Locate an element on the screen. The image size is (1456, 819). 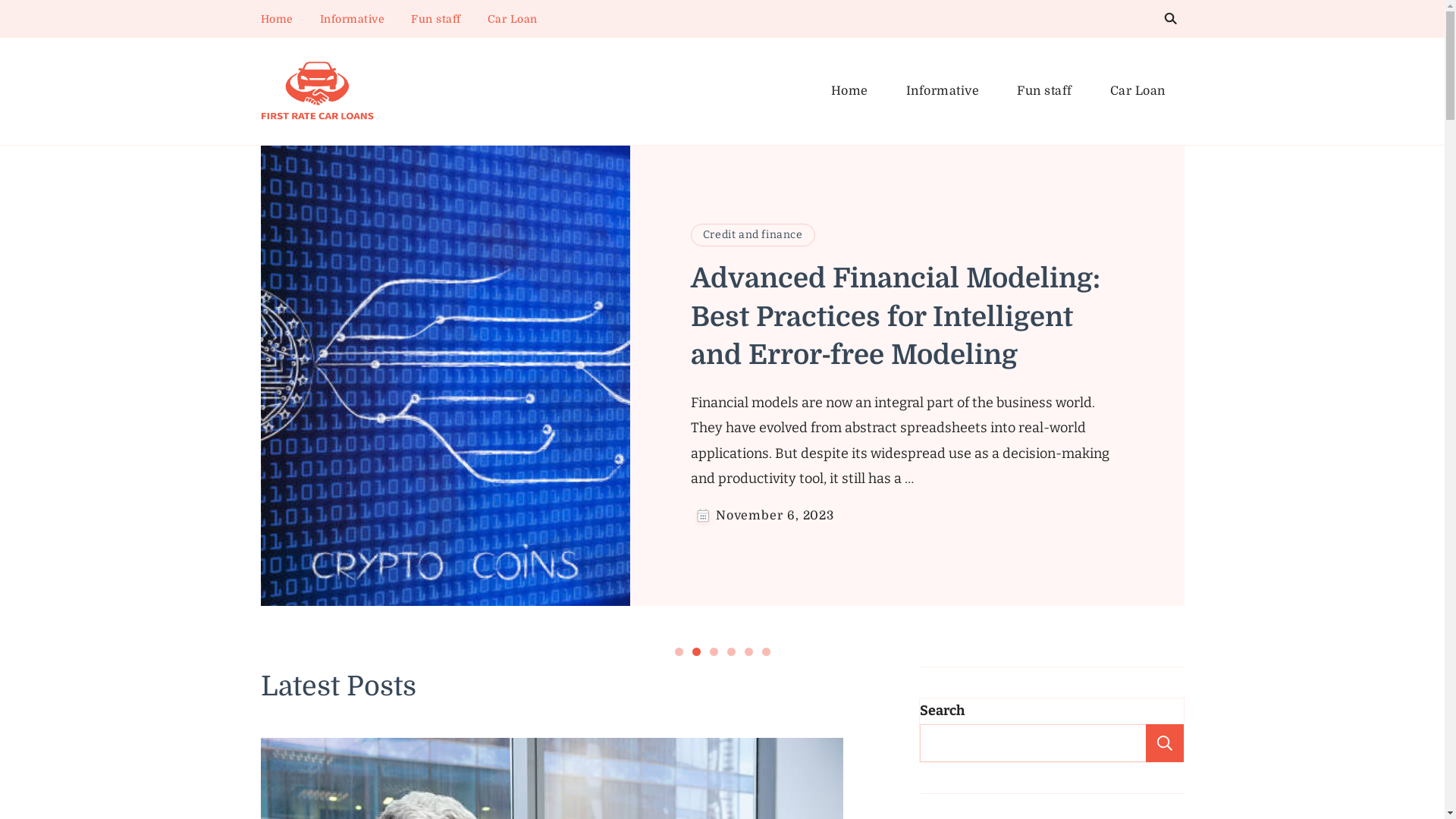
'Home' is located at coordinates (277, 18).